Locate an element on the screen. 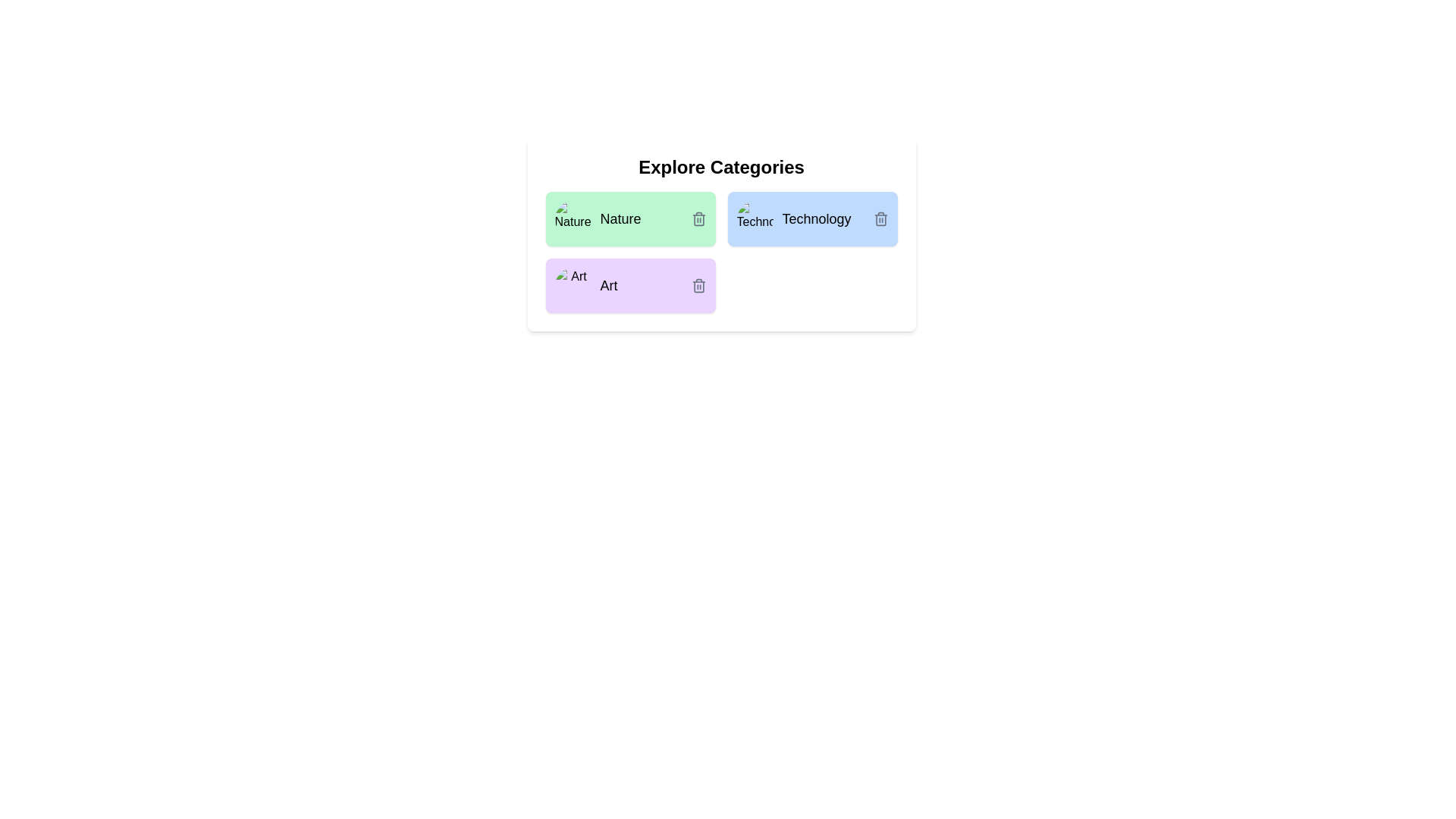 The width and height of the screenshot is (1456, 819). the delete button of the chip labeled Art is located at coordinates (698, 286).